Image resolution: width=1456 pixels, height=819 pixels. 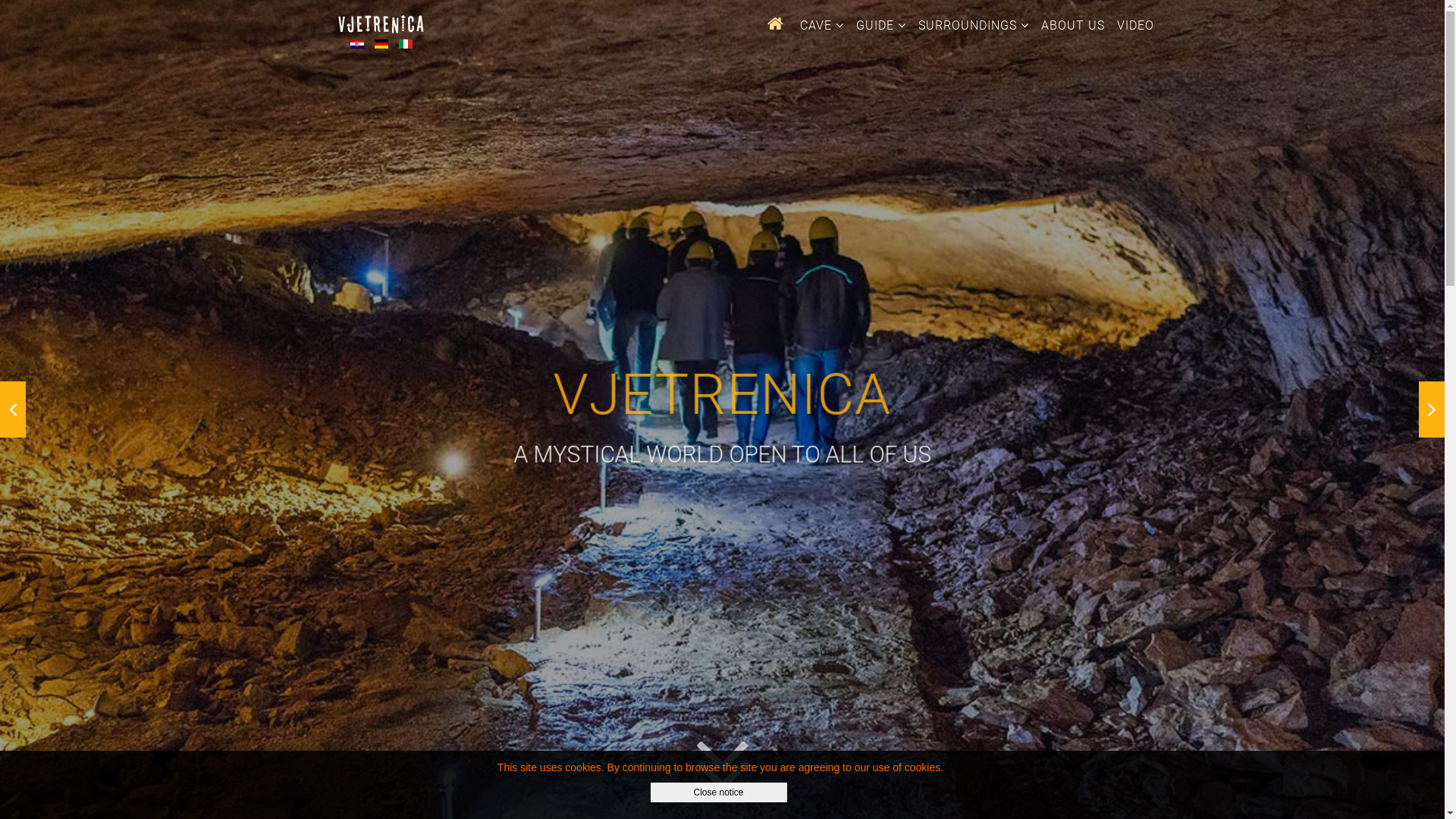 I want to click on 'Close notice', so click(x=651, y=792).